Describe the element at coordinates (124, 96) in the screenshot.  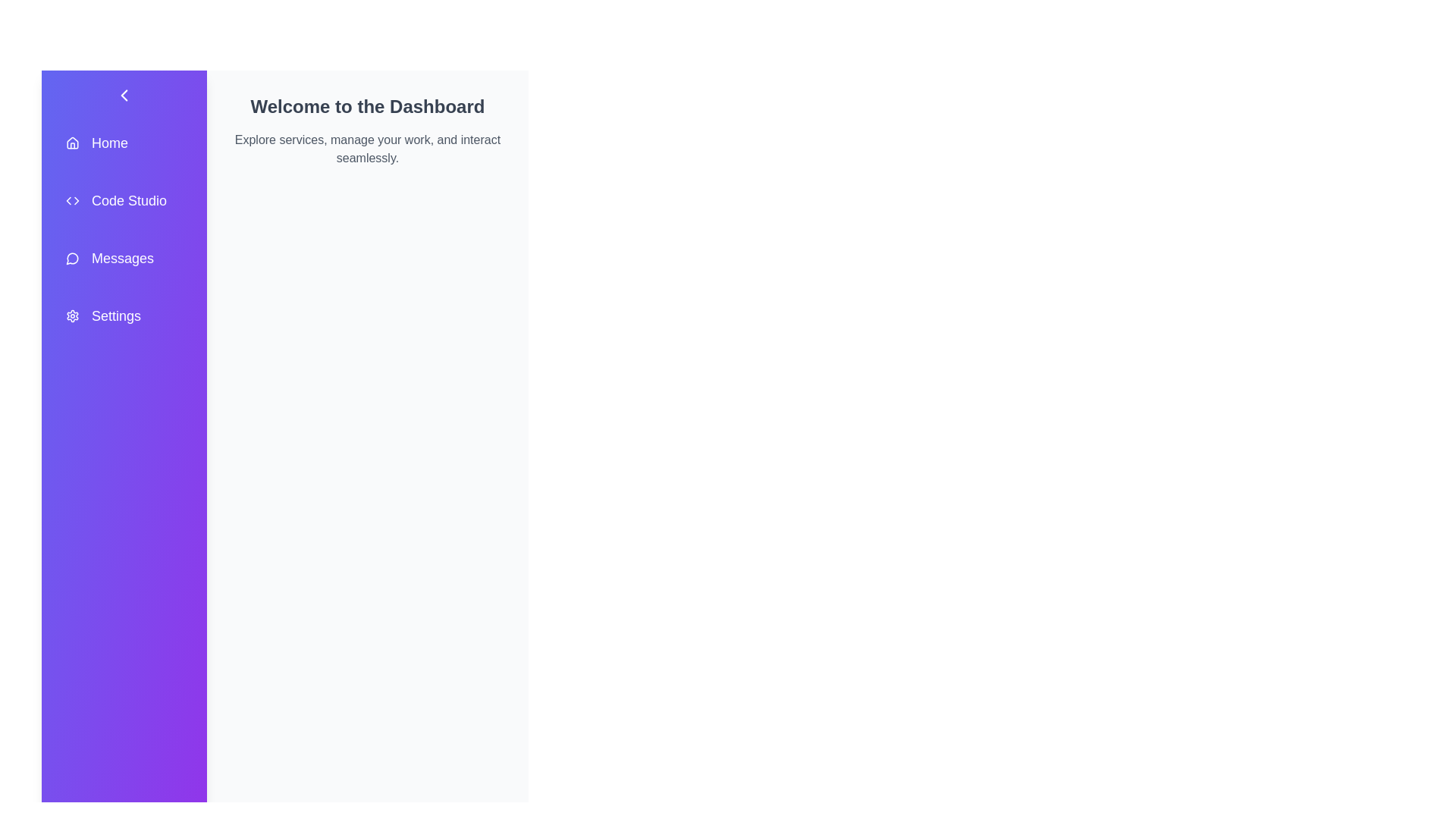
I see `the chevron button to toggle the drawer` at that location.